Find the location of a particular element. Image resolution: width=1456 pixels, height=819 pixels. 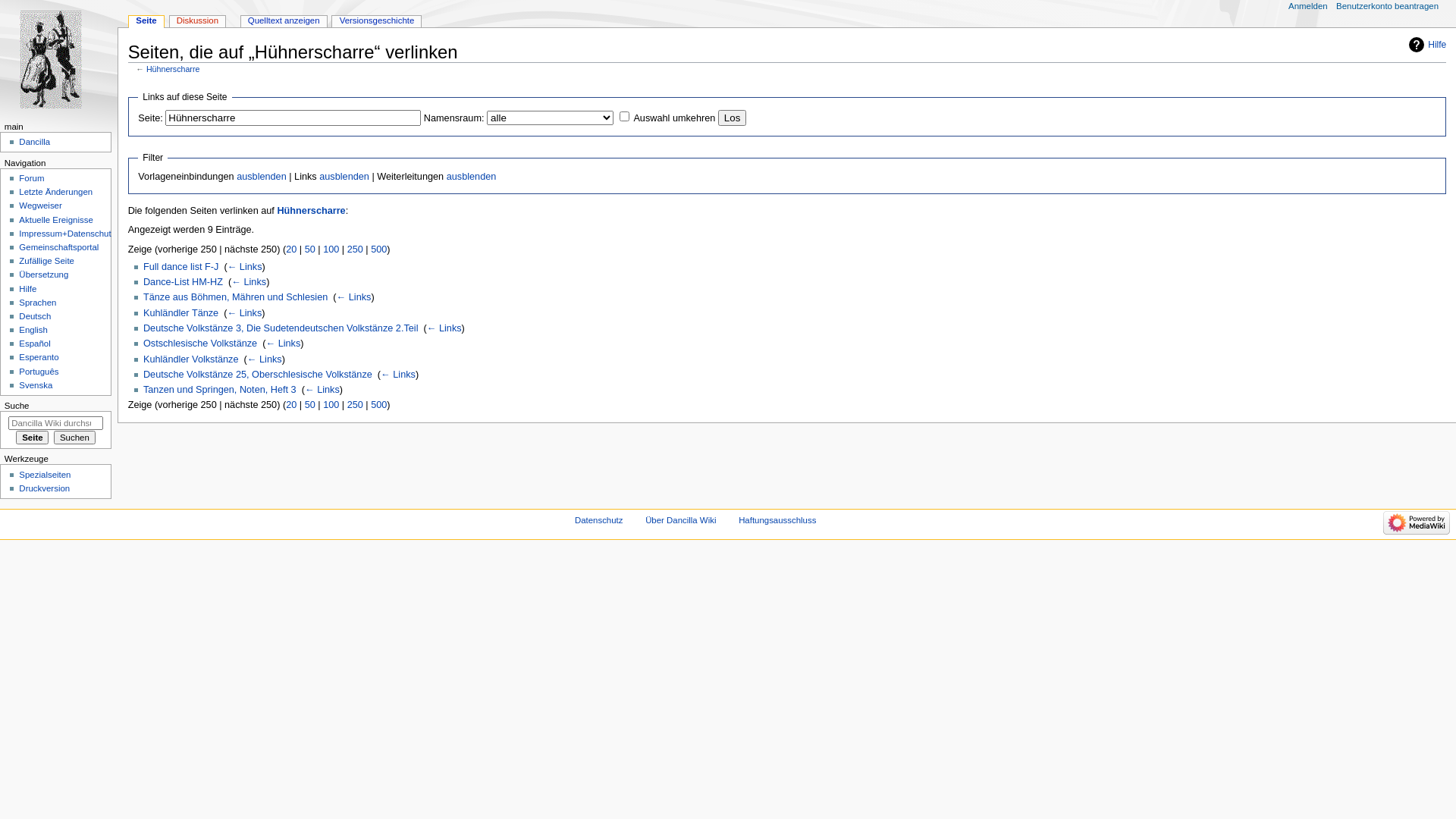

'Druckversion' is located at coordinates (44, 488).